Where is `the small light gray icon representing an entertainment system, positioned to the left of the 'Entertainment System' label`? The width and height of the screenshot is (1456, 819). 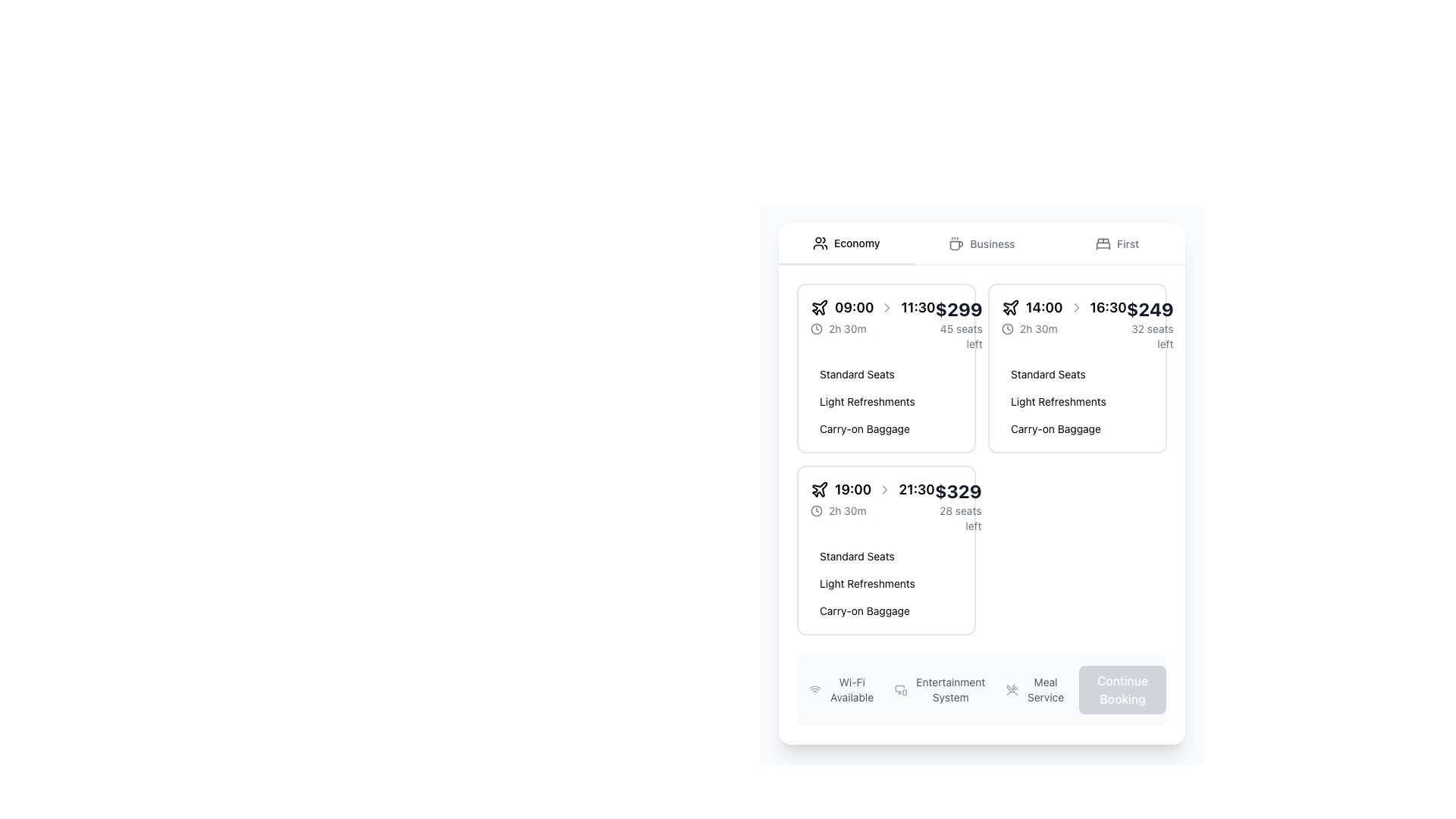 the small light gray icon representing an entertainment system, positioned to the left of the 'Entertainment System' label is located at coordinates (901, 690).